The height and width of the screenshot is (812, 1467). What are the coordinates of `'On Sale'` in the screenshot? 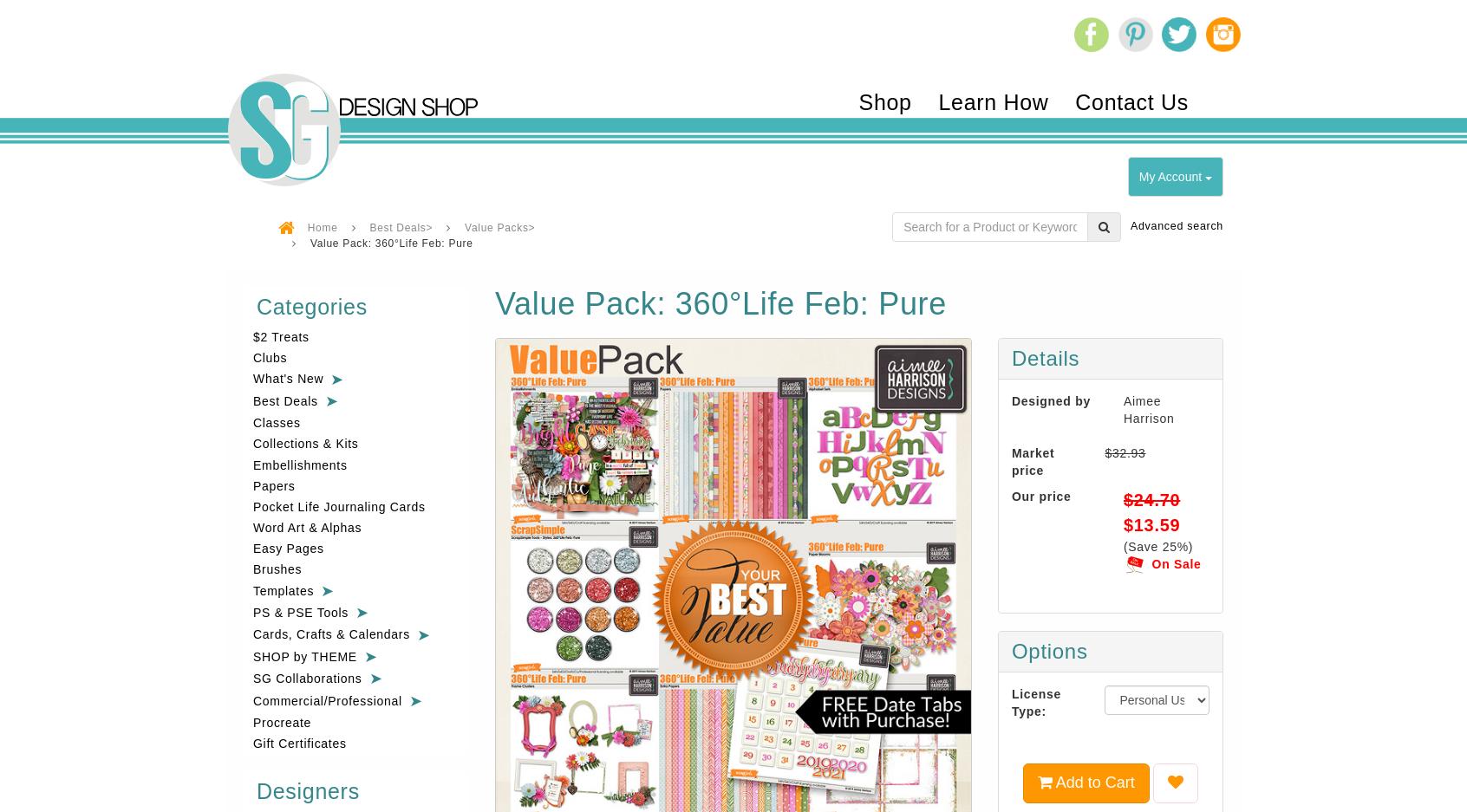 It's located at (1176, 562).